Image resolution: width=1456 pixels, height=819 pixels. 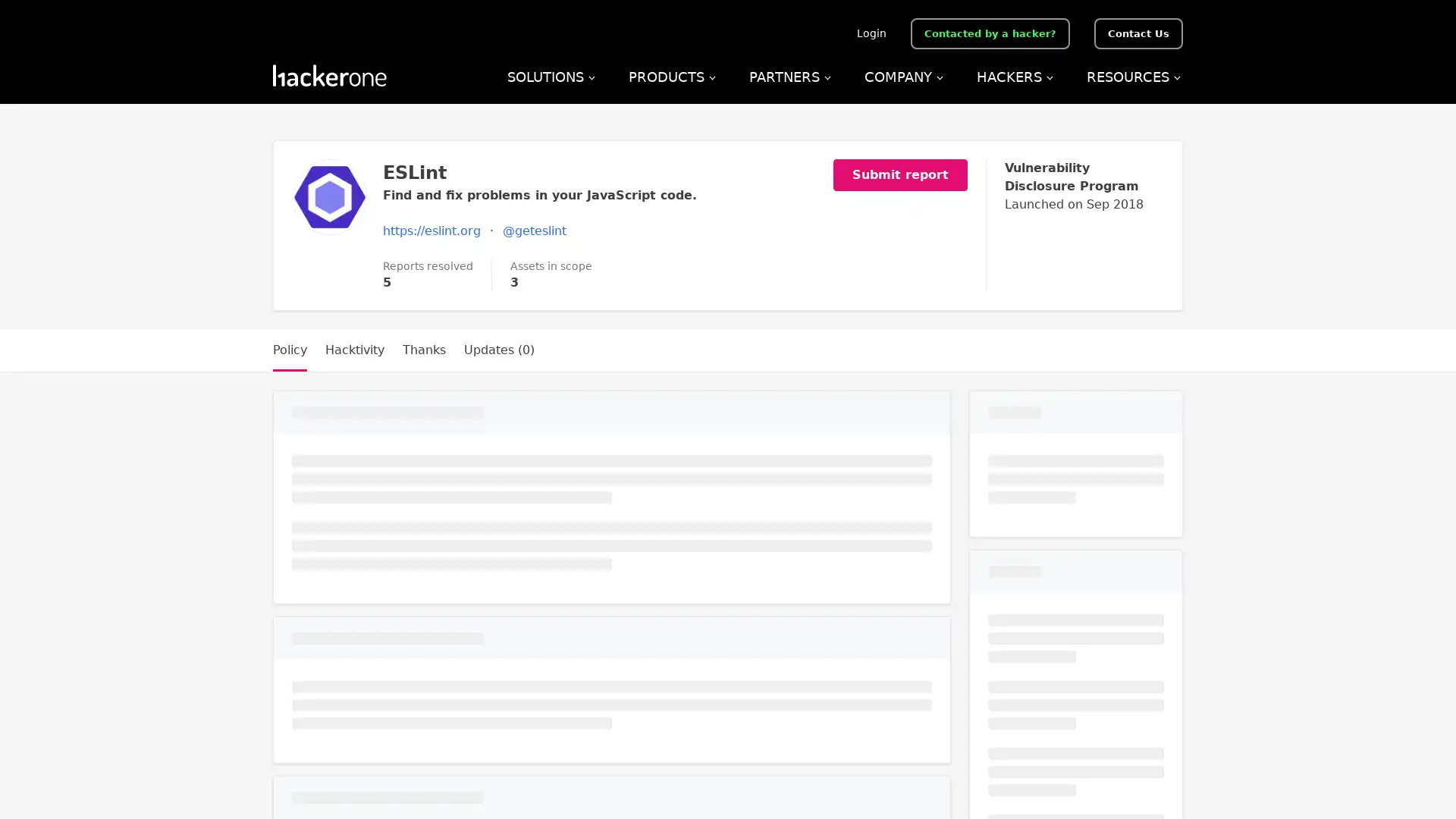 I want to click on Submit report, so click(x=910, y=174).